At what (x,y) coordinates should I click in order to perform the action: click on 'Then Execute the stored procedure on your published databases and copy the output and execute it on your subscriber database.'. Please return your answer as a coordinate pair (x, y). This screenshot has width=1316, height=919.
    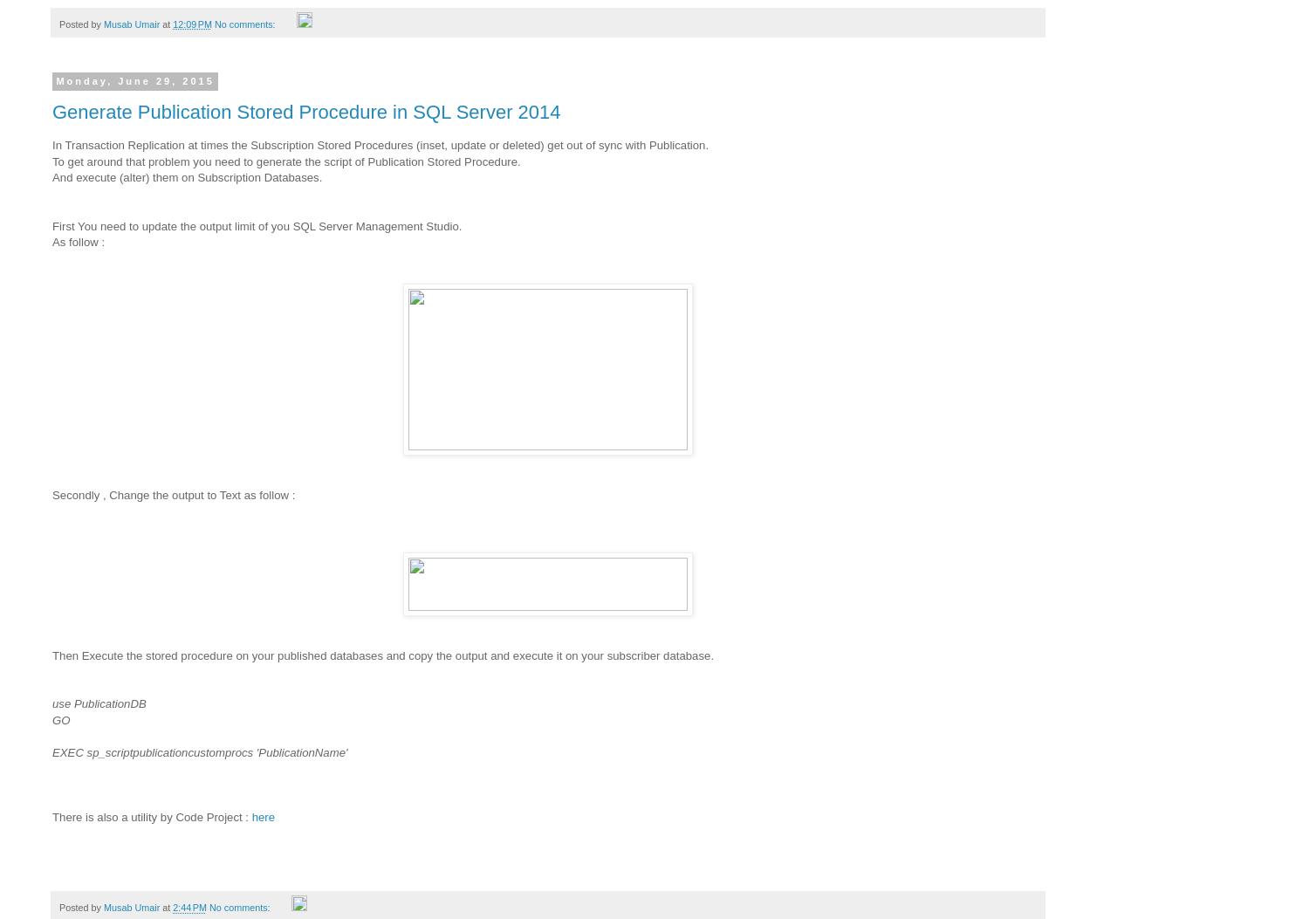
    Looking at the image, I should click on (382, 654).